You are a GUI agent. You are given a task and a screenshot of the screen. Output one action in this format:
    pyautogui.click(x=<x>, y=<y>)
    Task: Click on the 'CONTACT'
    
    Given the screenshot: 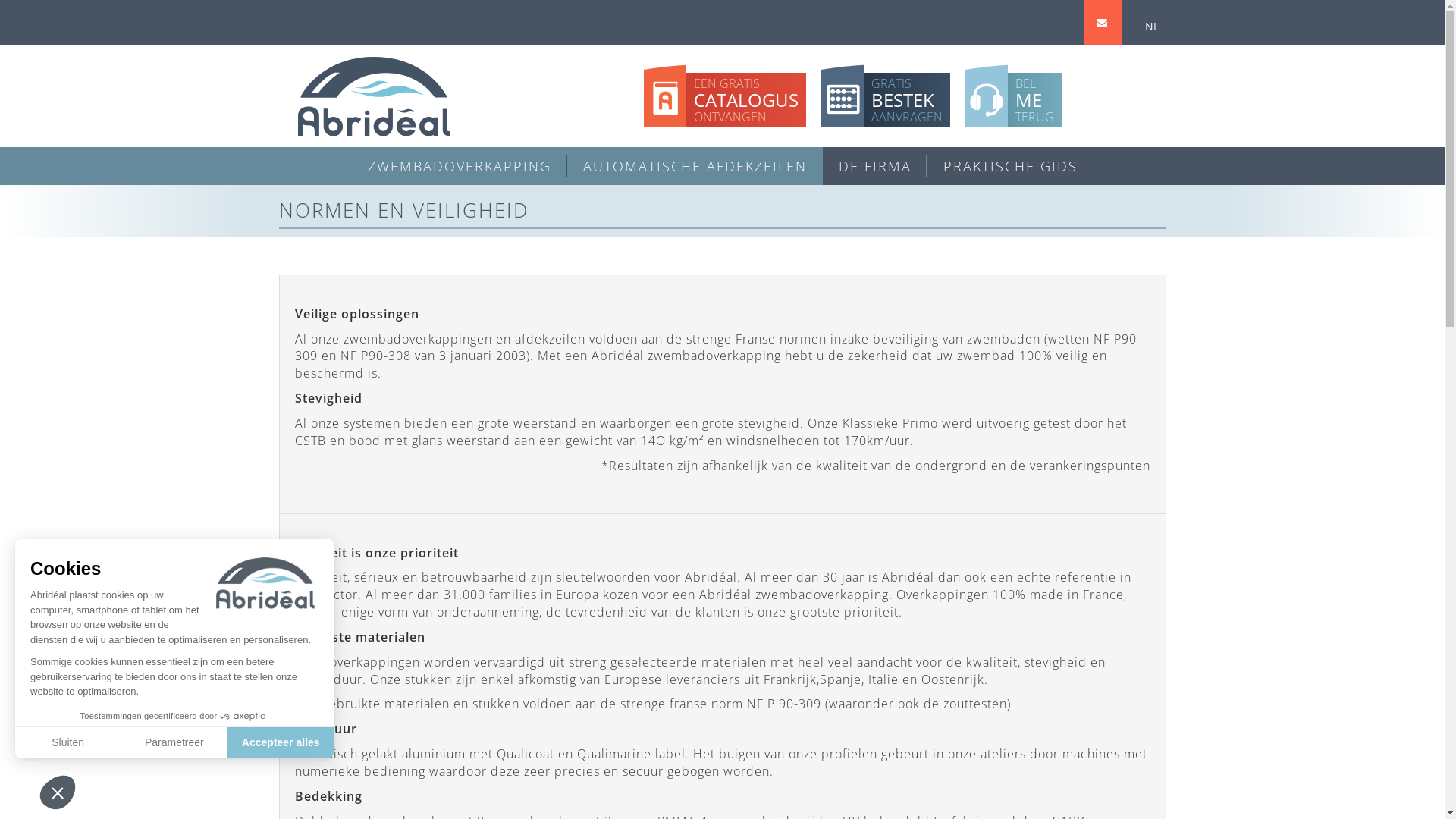 What is the action you would take?
    pyautogui.click(x=1103, y=24)
    